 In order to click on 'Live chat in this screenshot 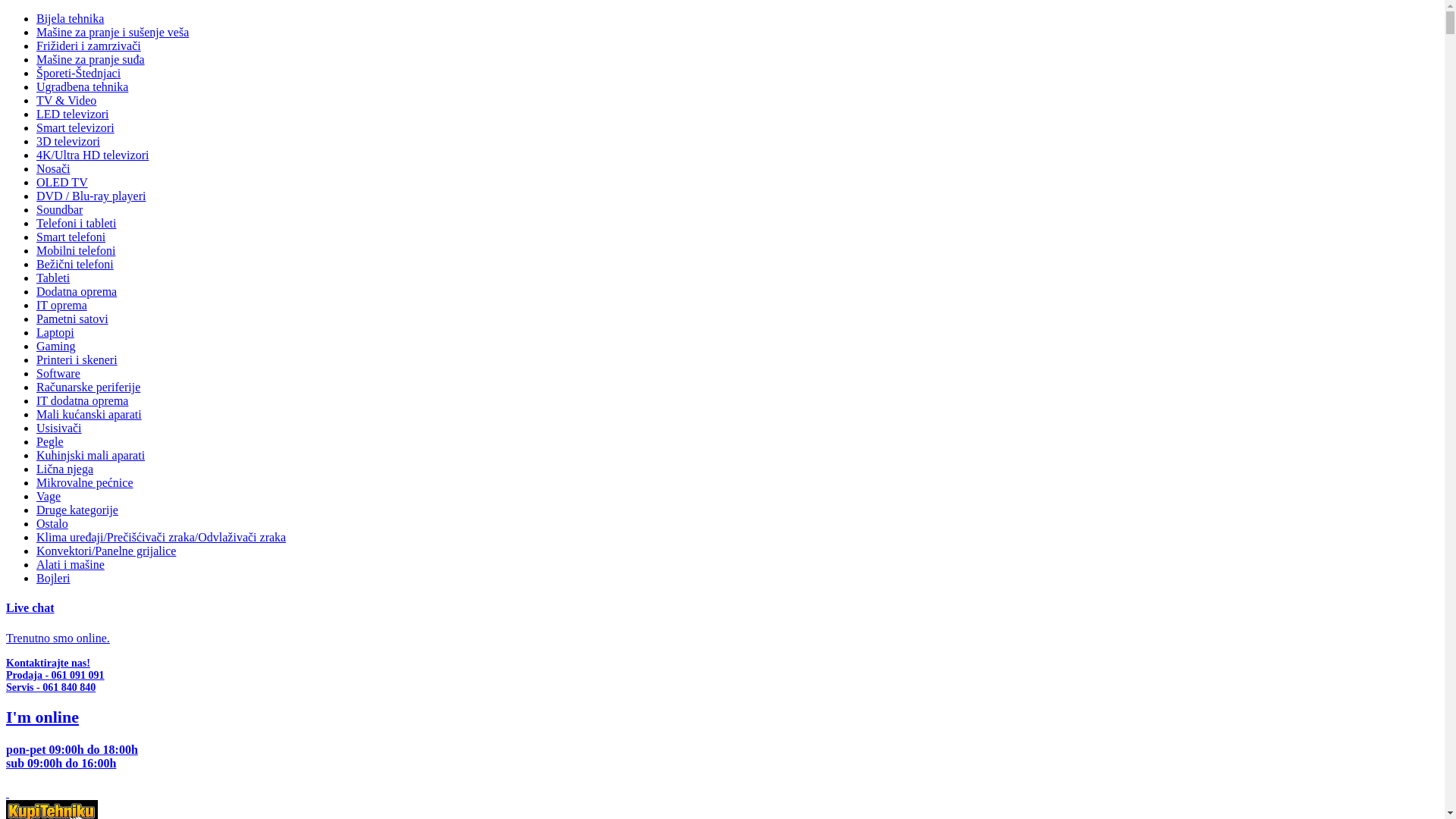, I will do `click(6, 623)`.